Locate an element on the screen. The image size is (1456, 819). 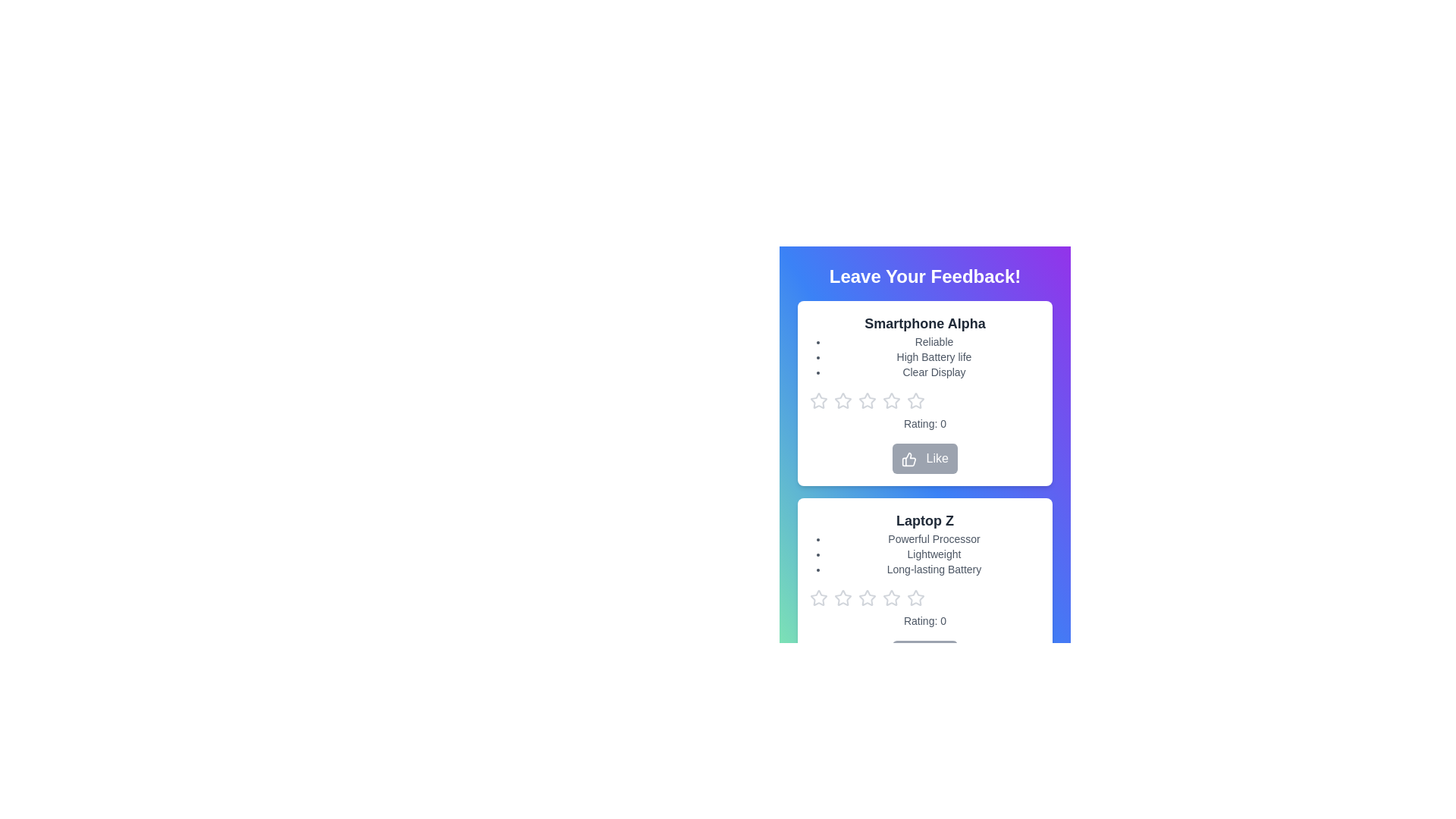
the text element displaying 'Laptop Z', which is centrally positioned in the lower card beneath 'Smartphone Alpha' is located at coordinates (924, 519).